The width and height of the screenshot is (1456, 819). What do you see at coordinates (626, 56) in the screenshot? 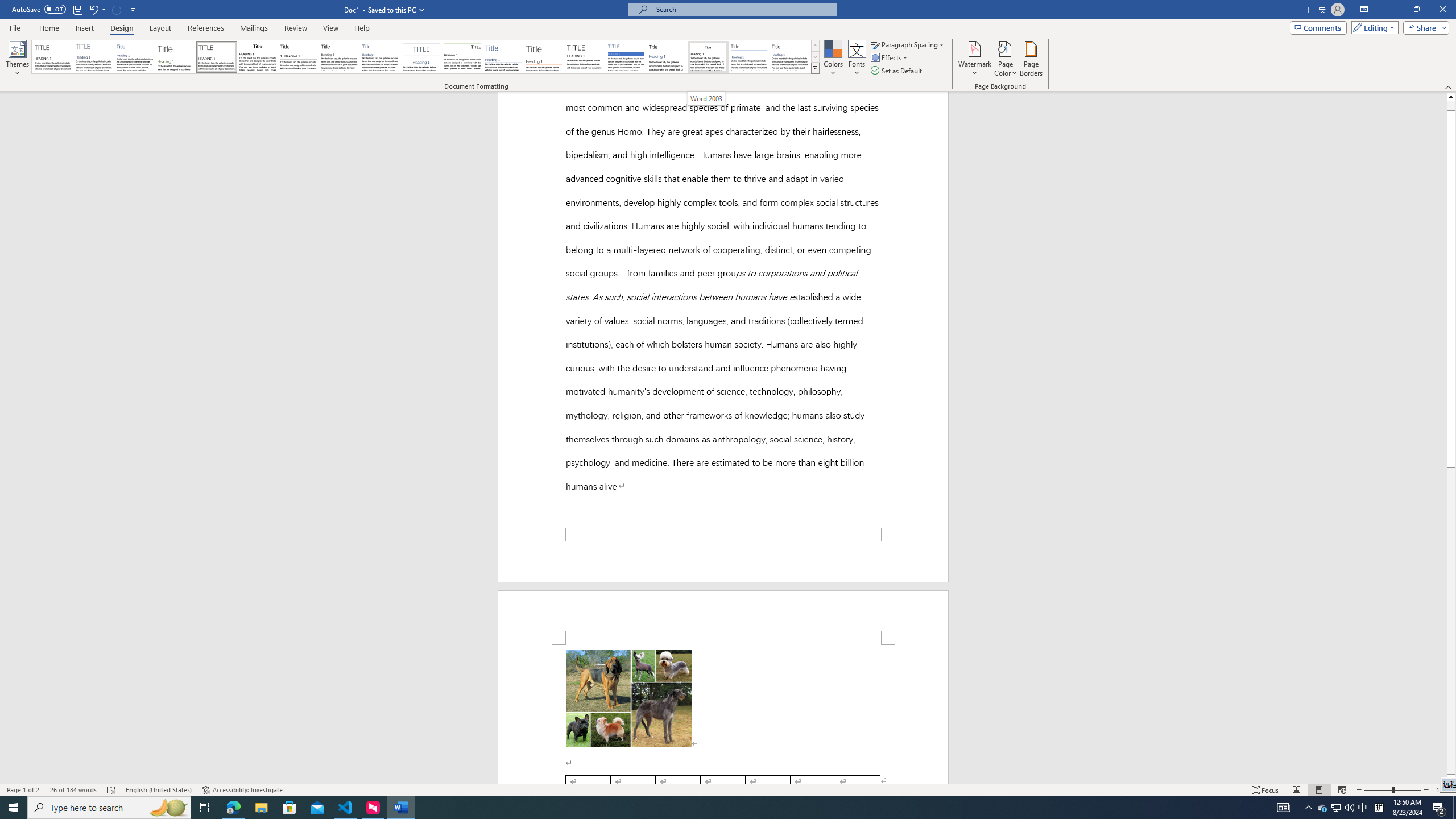
I see `'Shaded'` at bounding box center [626, 56].